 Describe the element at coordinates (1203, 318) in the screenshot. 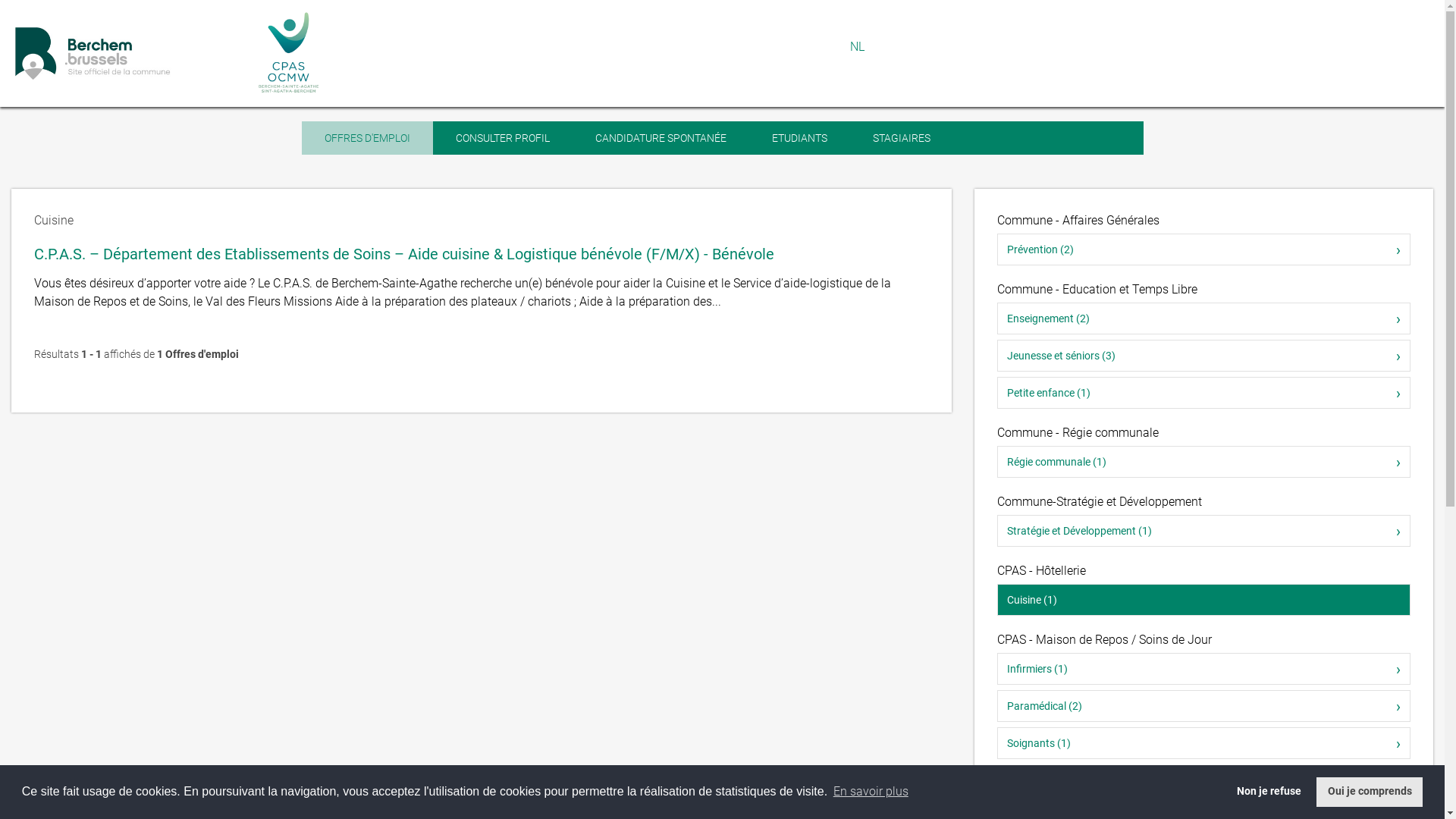

I see `'Enseignement (2)'` at that location.